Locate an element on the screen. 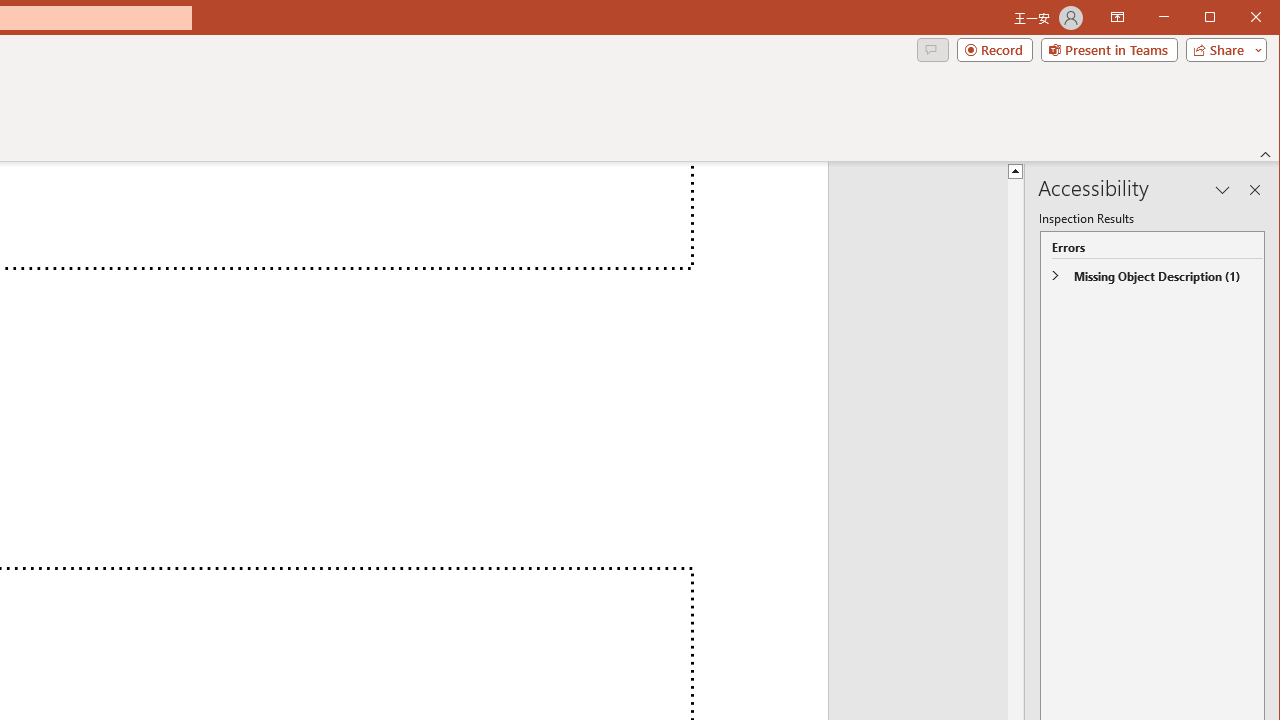 The height and width of the screenshot is (720, 1280). 'Maximize' is located at coordinates (1238, 19).